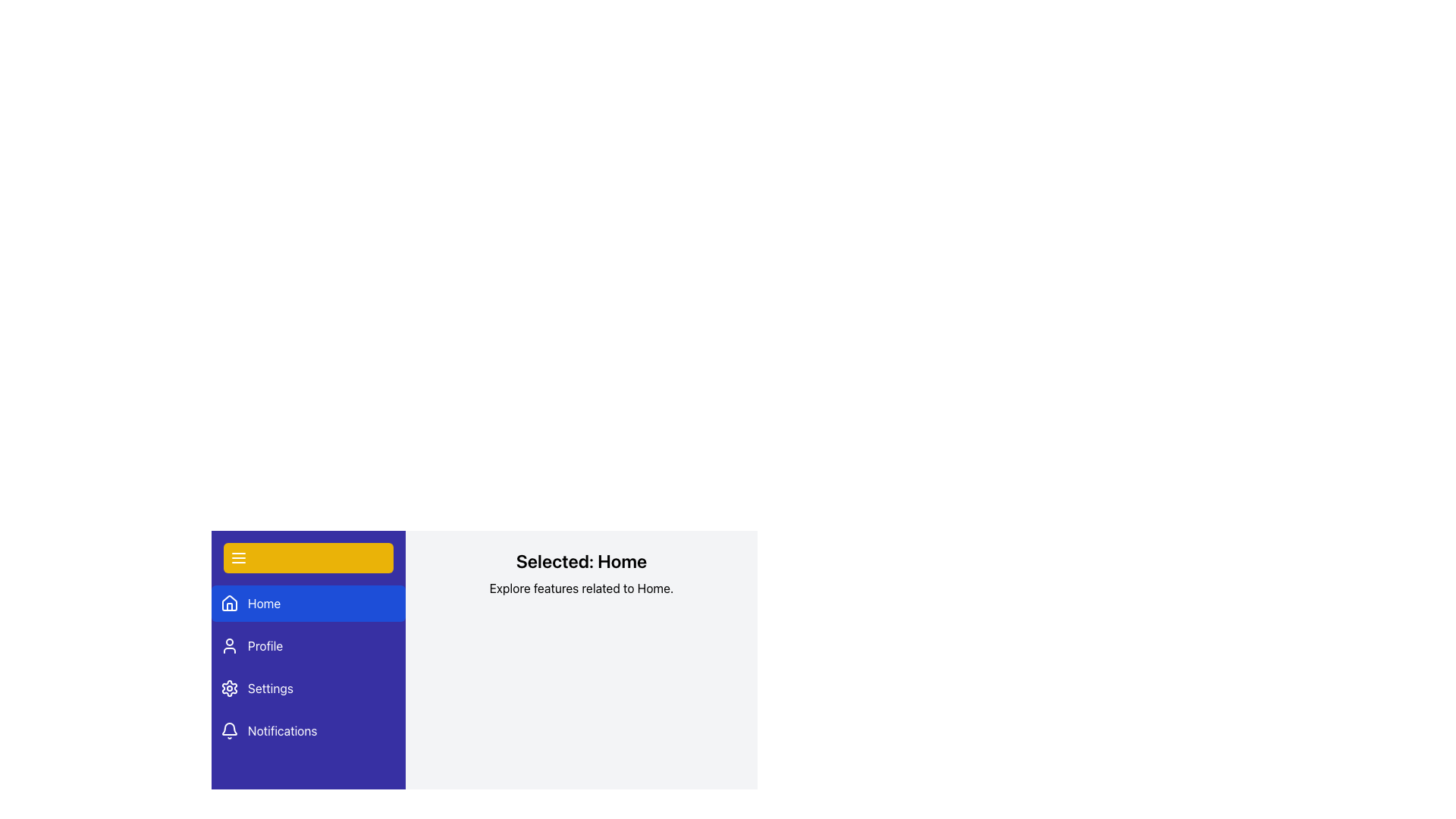 The height and width of the screenshot is (819, 1456). Describe the element at coordinates (308, 688) in the screenshot. I see `the 'Settings' button located in the vertical navigation bar, which is the third item in the menu list` at that location.